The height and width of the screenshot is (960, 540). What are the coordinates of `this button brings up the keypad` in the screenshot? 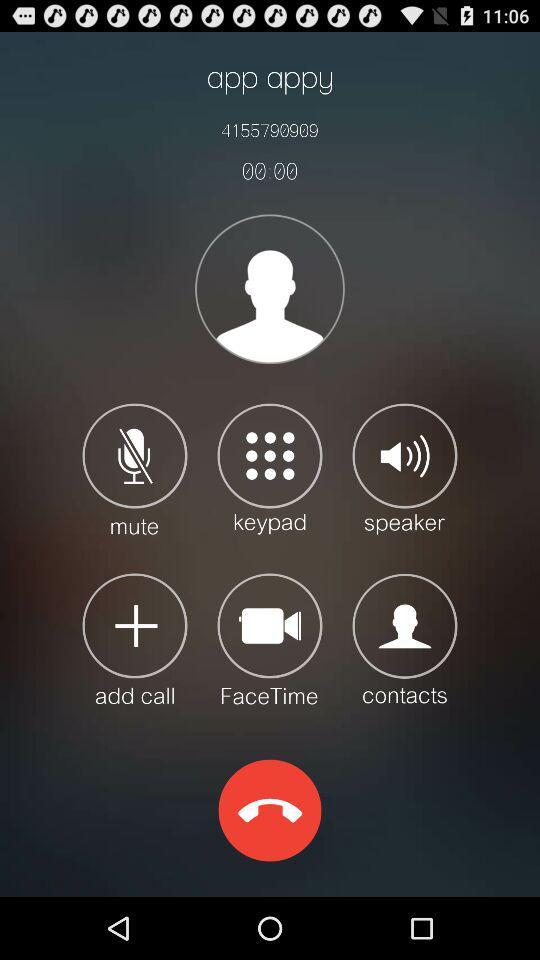 It's located at (270, 468).